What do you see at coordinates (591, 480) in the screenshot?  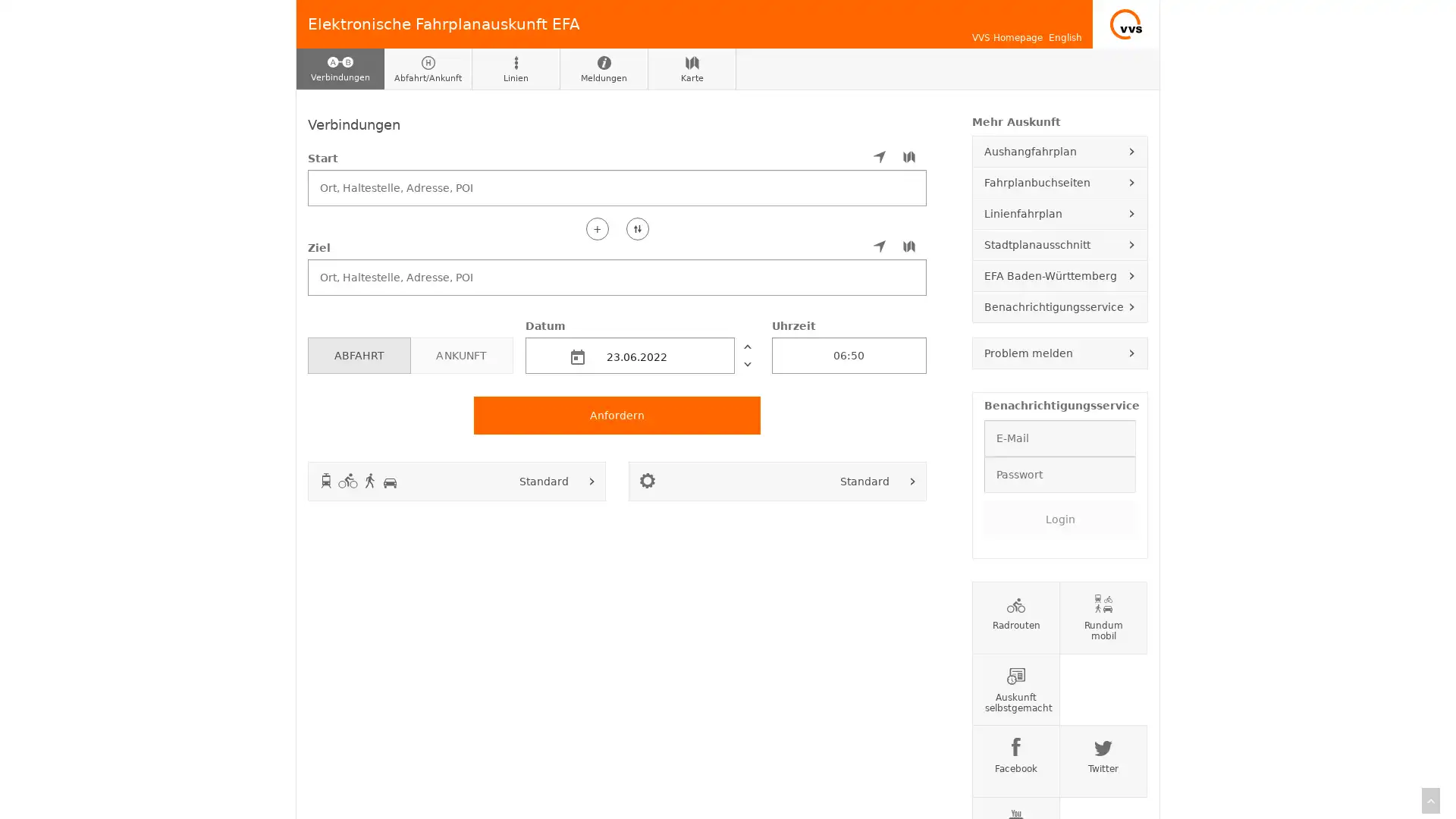 I see `Verkehrsmittel auswahlen` at bounding box center [591, 480].